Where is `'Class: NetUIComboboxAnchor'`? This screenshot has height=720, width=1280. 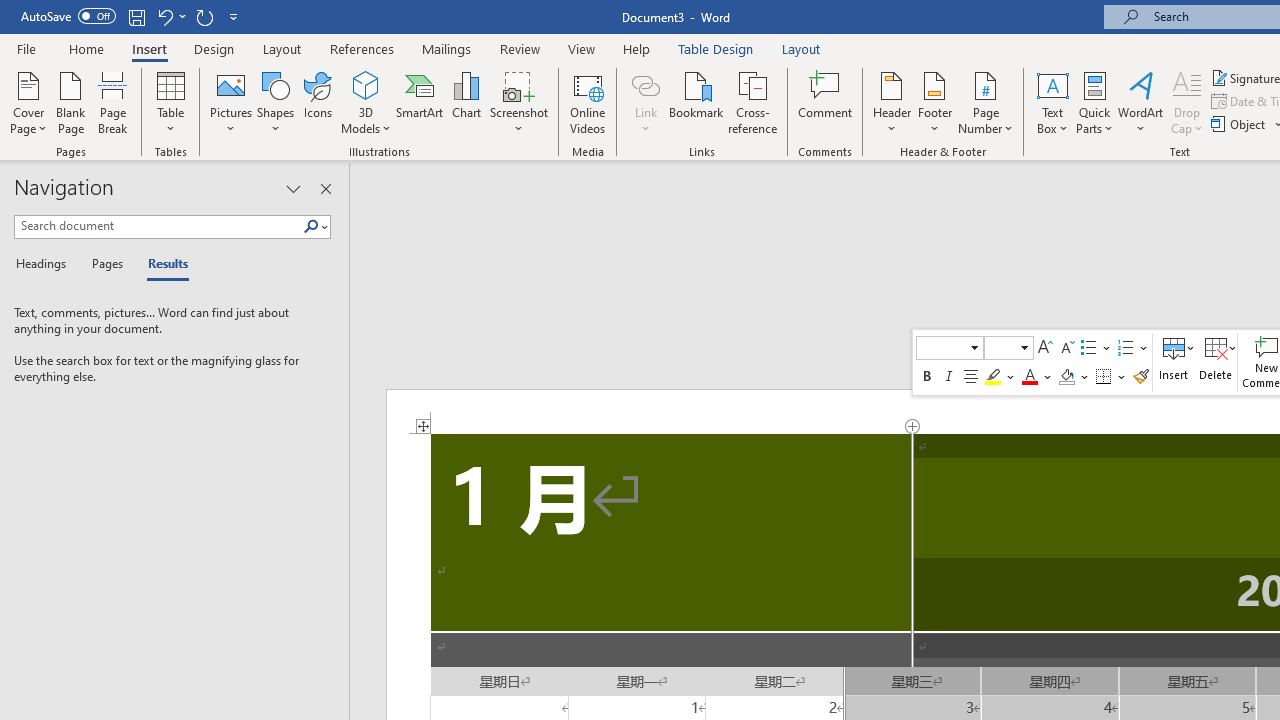
'Class: NetUIComboboxAnchor' is located at coordinates (1009, 347).